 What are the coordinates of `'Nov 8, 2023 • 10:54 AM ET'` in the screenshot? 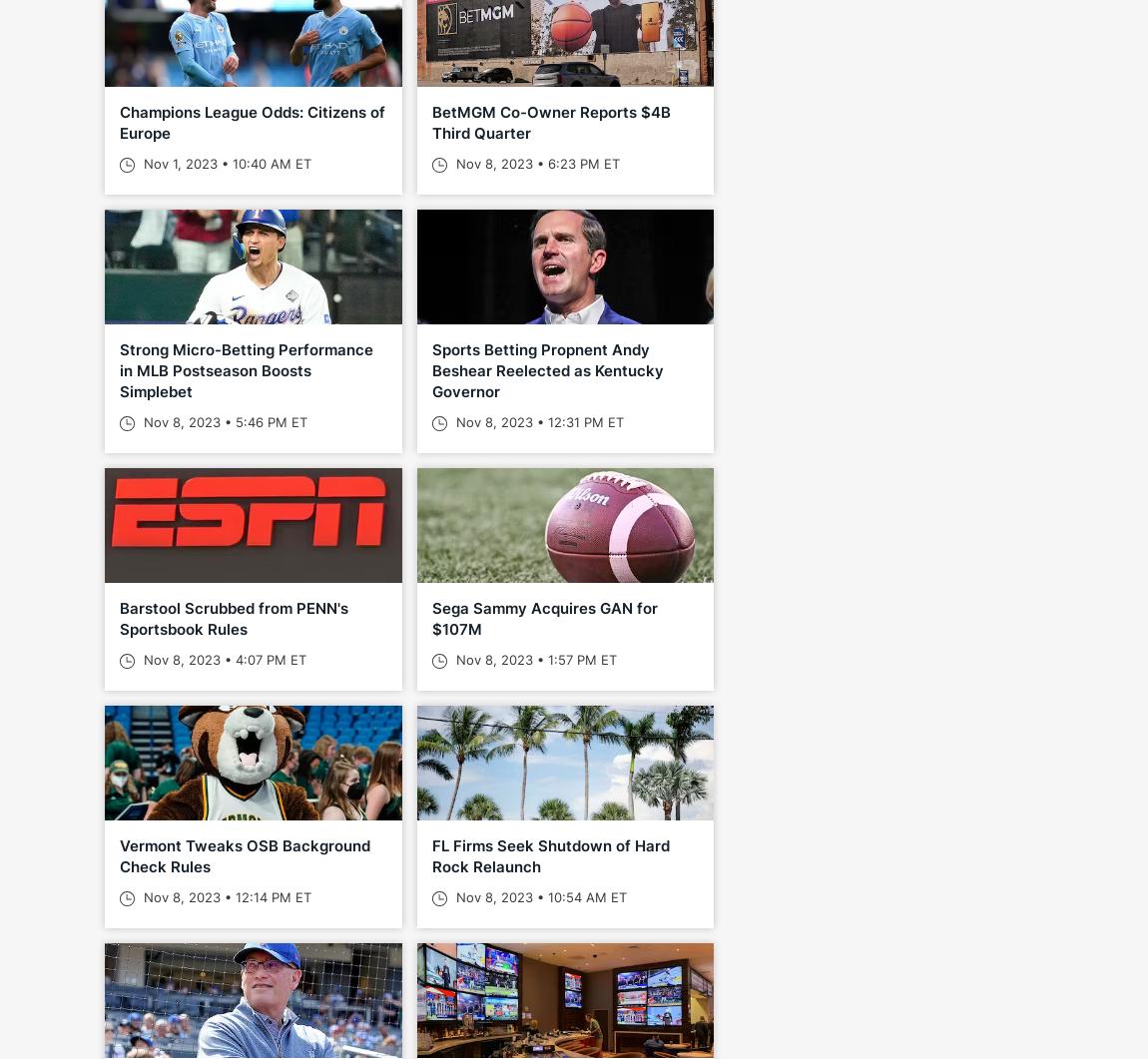 It's located at (538, 895).